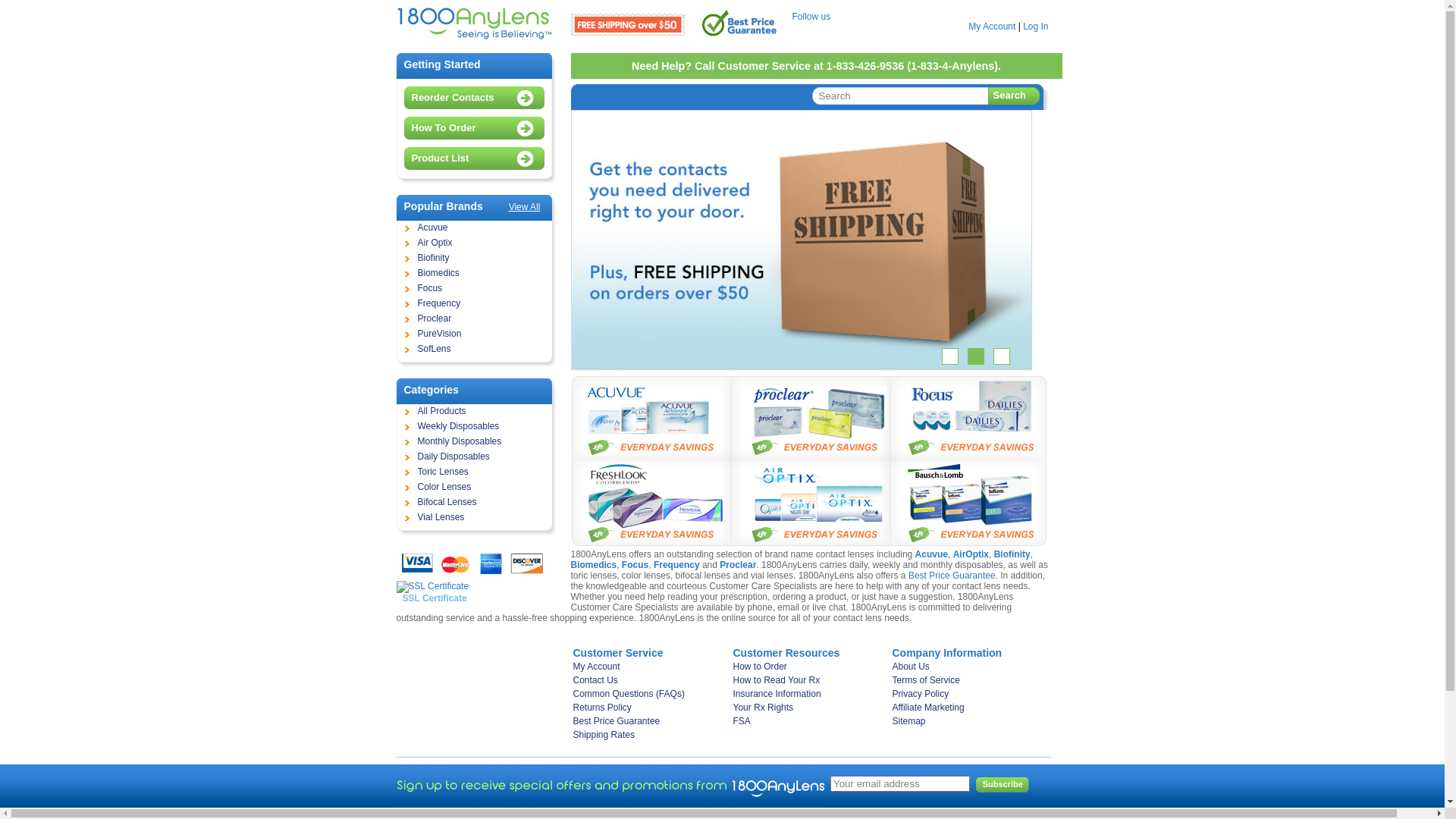 The height and width of the screenshot is (819, 1456). Describe the element at coordinates (965, 693) in the screenshot. I see `'Privacy Policy'` at that location.